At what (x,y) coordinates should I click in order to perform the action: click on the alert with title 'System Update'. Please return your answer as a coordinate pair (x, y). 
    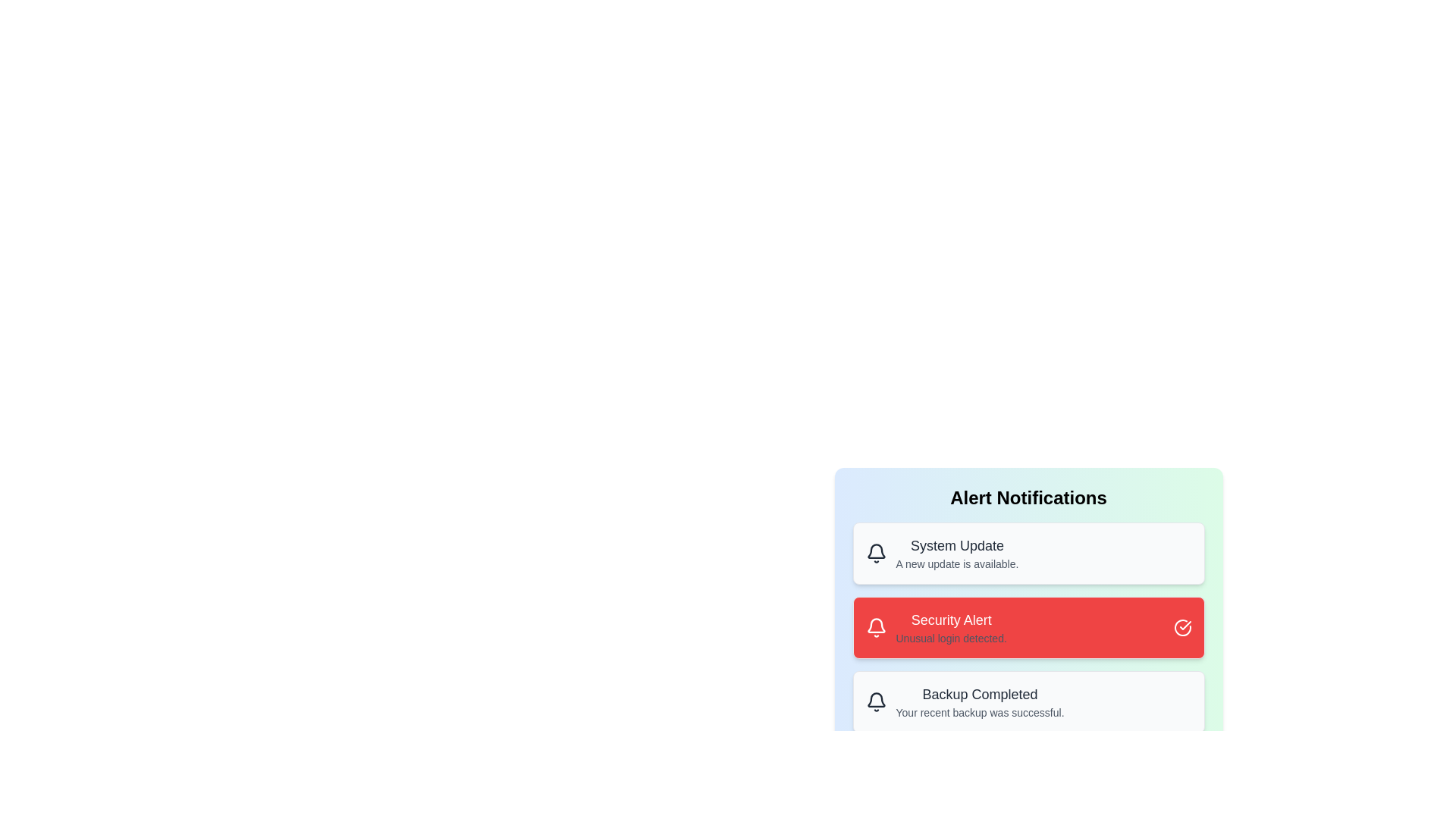
    Looking at the image, I should click on (1028, 553).